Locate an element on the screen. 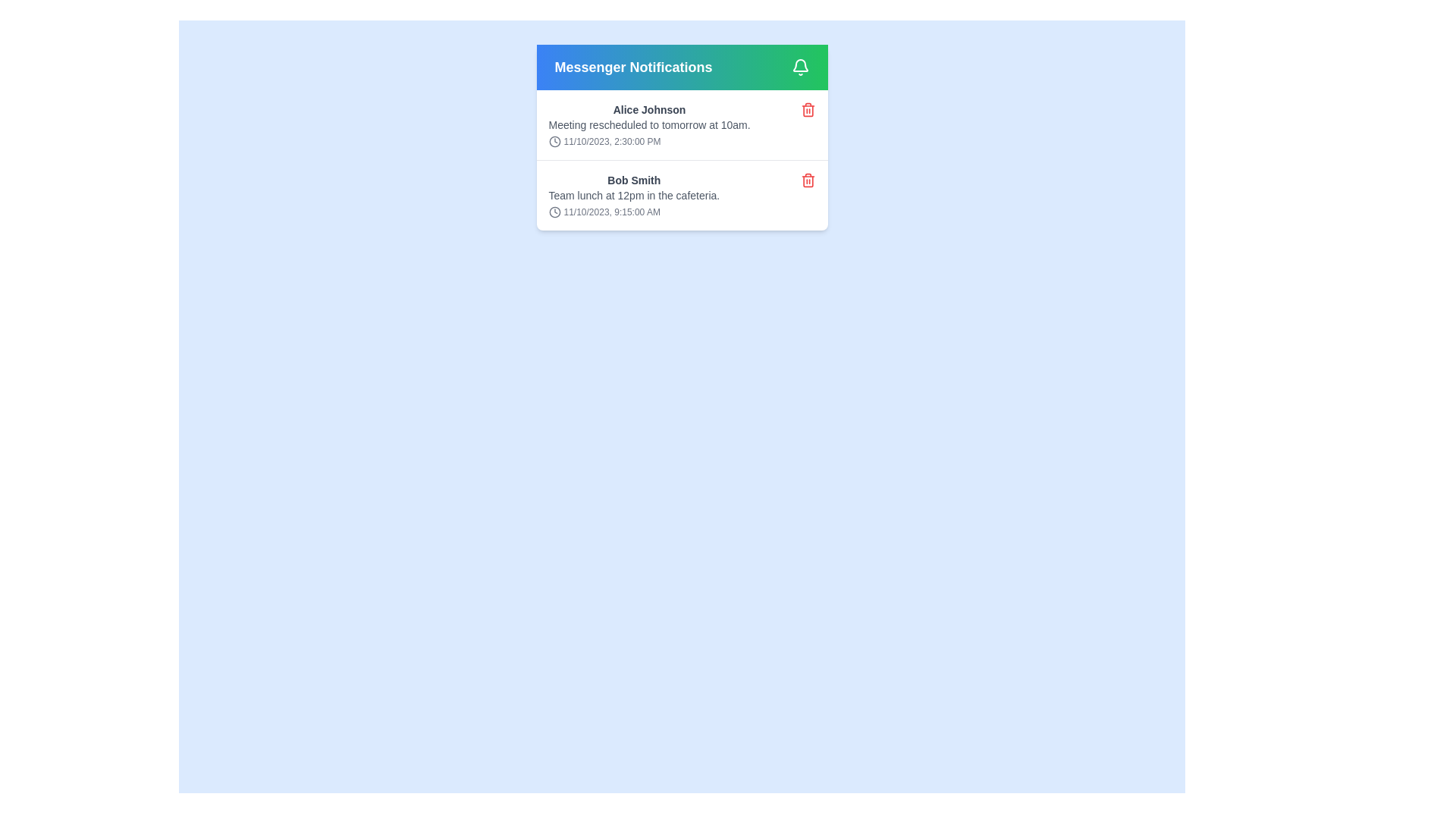 This screenshot has width=1456, height=819. the timestamp text label under the message 'Meeting rescheduled to tomorrow at 10am.' in the notification card for Alice Johnson is located at coordinates (649, 141).